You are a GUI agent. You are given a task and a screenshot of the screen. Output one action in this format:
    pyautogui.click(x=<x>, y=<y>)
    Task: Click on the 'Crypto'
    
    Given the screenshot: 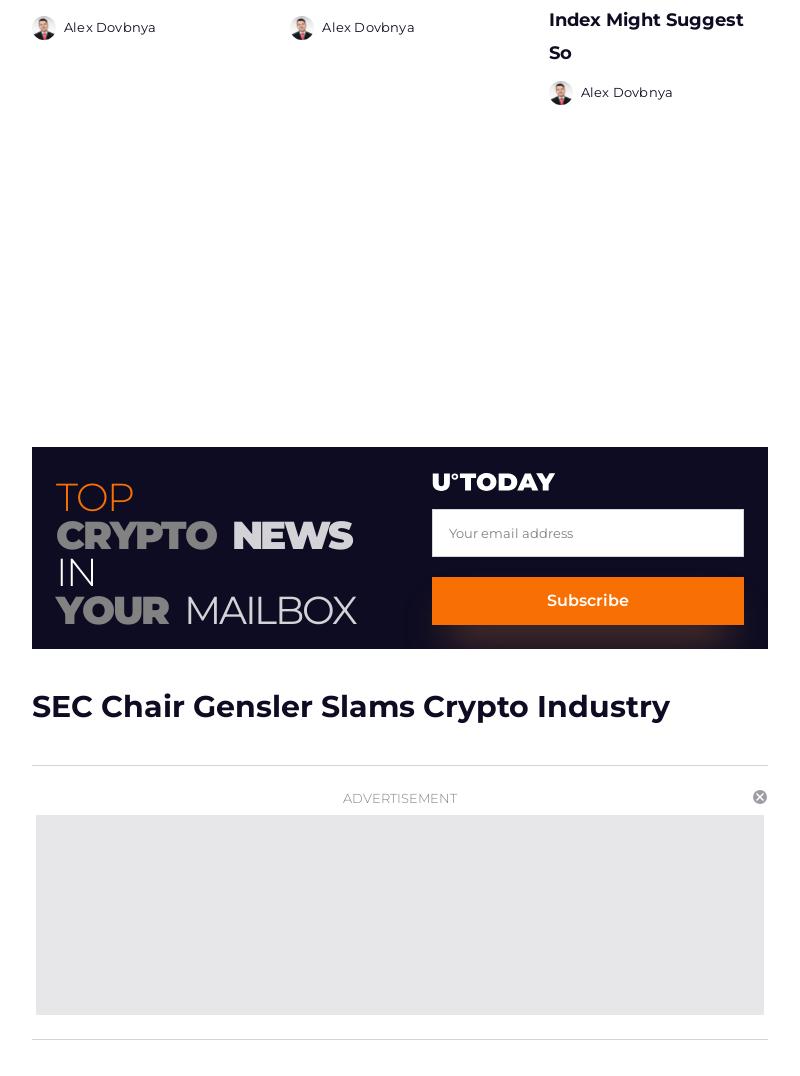 What is the action you would take?
    pyautogui.click(x=135, y=527)
    